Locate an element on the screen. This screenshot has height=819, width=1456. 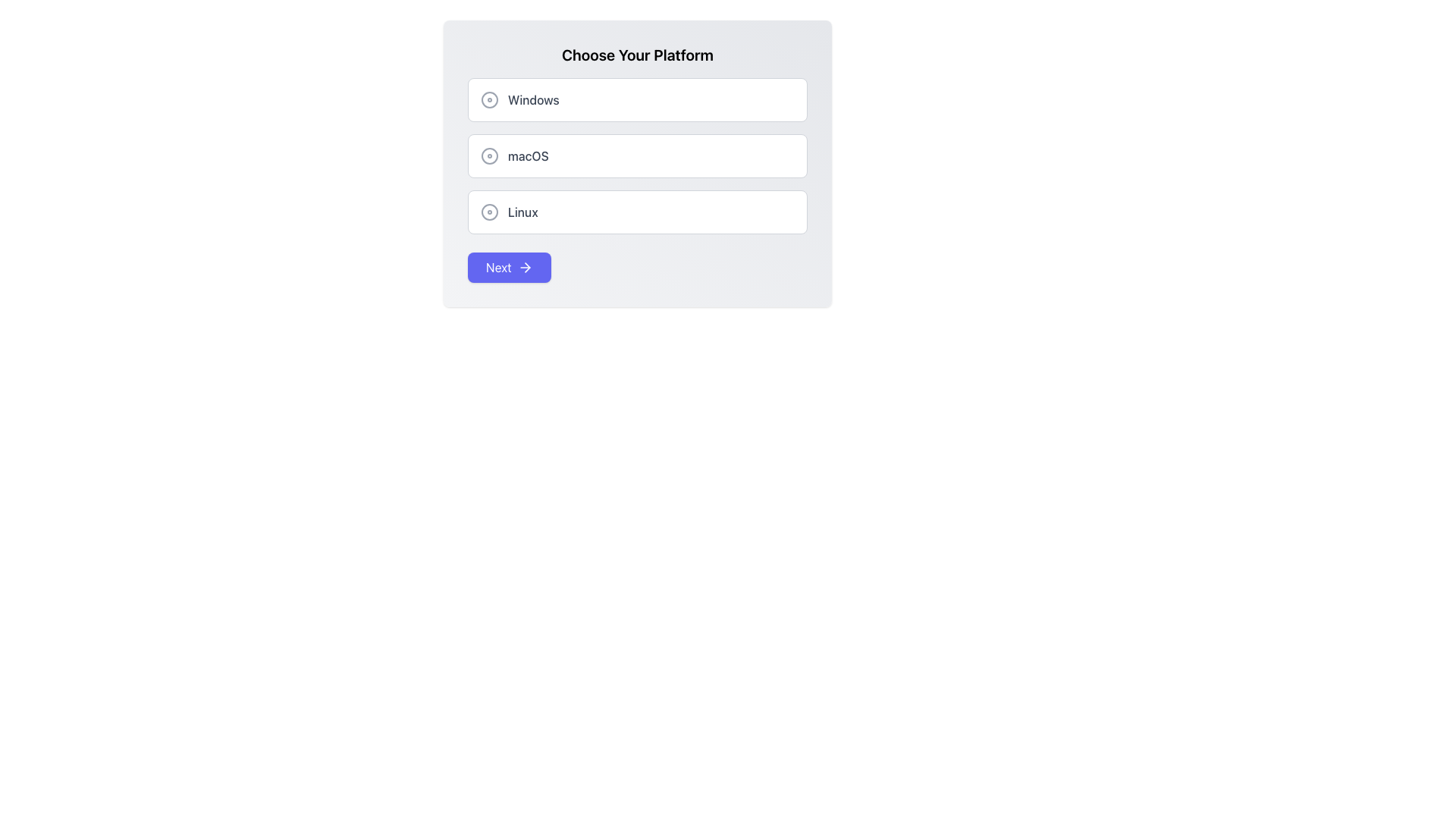
the 'macOS' selectable option button located in the main interactive card, which is the second option in a vertically stacked group is located at coordinates (637, 164).